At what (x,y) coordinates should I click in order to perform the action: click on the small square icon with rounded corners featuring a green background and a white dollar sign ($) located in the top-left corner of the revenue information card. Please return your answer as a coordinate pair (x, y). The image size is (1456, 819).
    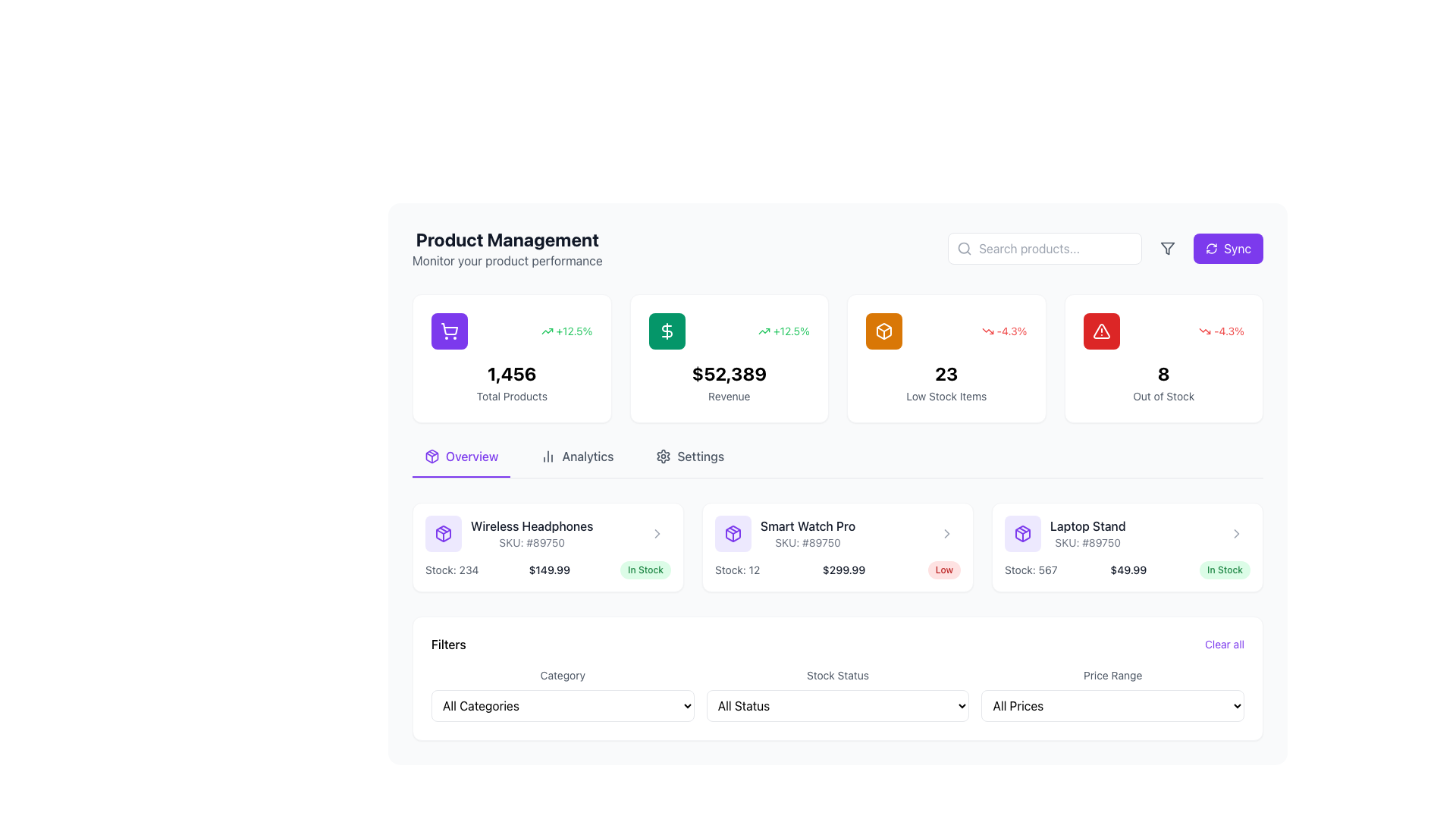
    Looking at the image, I should click on (667, 330).